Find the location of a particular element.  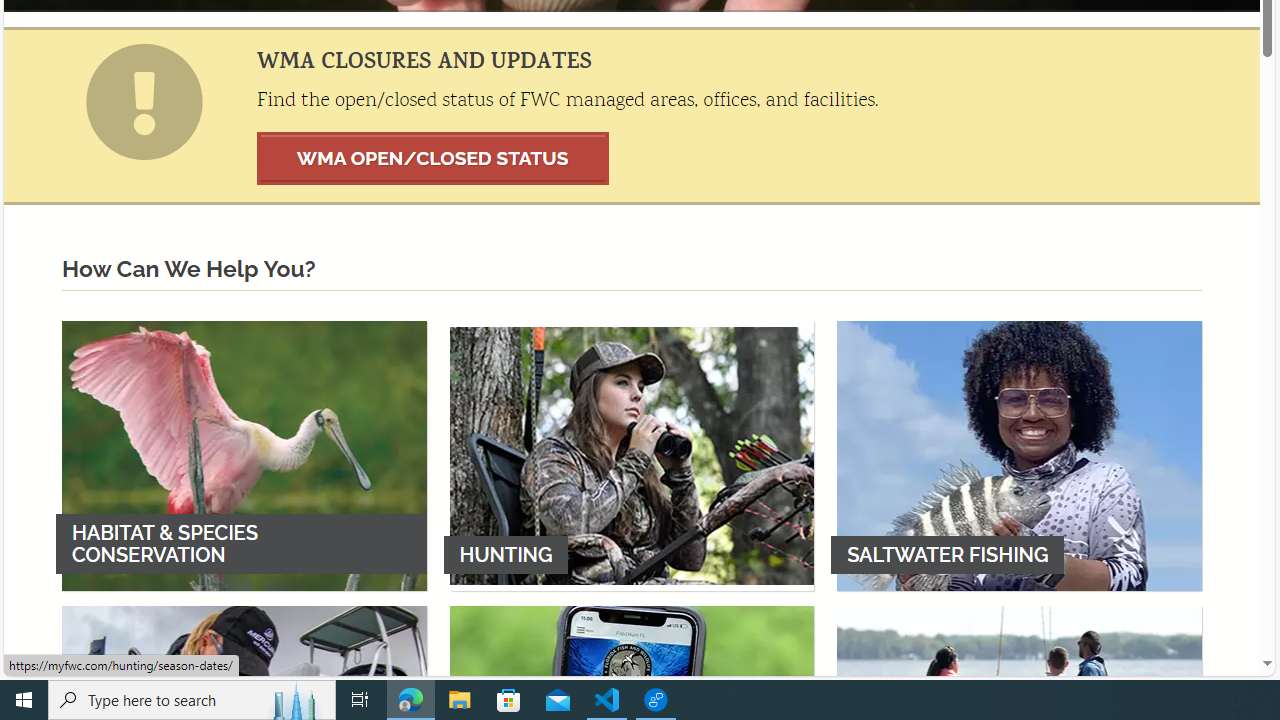

'HABITAT & SPECIES CONSERVATION' is located at coordinates (243, 455).